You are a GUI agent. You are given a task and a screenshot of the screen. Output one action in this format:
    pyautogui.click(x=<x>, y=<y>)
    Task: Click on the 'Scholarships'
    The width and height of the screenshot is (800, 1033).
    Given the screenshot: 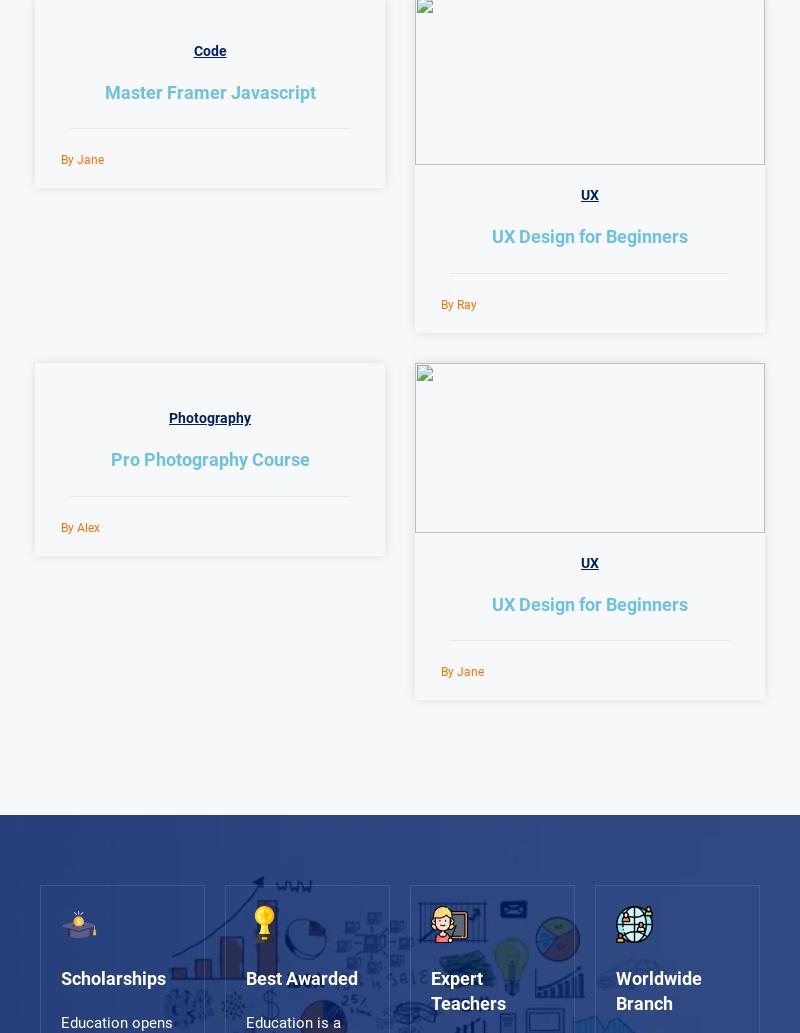 What is the action you would take?
    pyautogui.click(x=59, y=976)
    